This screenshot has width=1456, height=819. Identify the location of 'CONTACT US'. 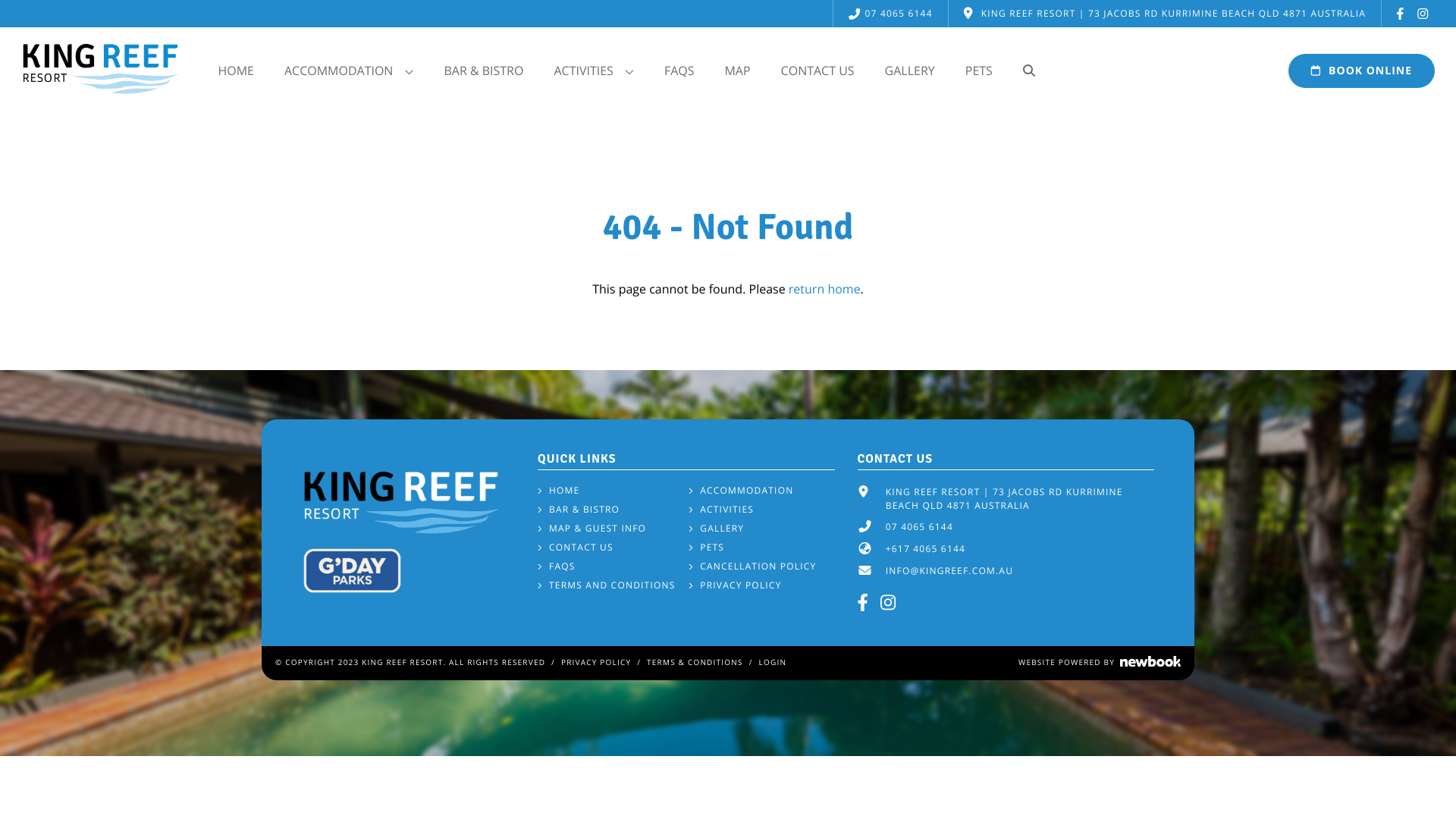
(574, 547).